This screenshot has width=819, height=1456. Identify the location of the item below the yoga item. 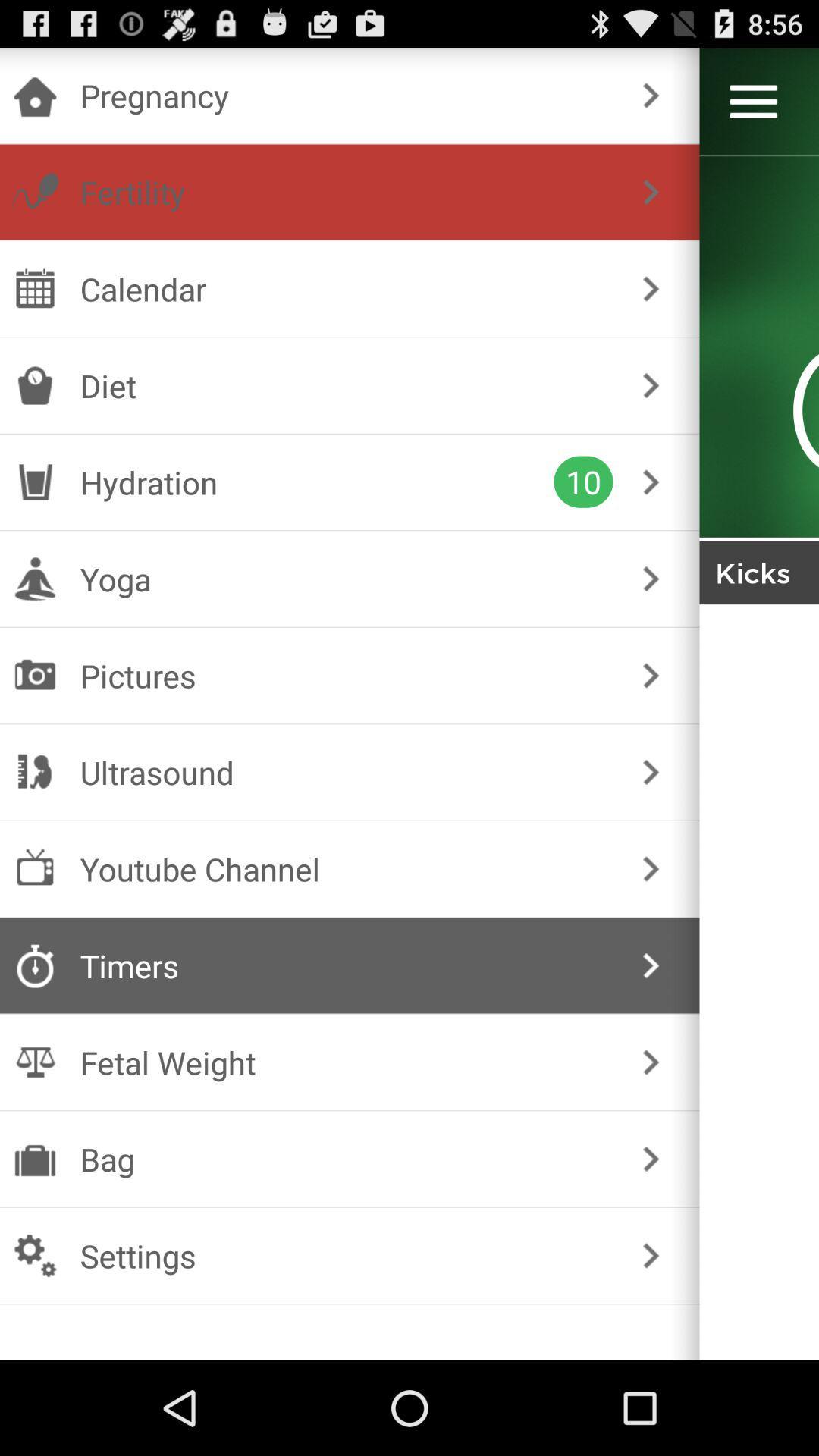
(347, 675).